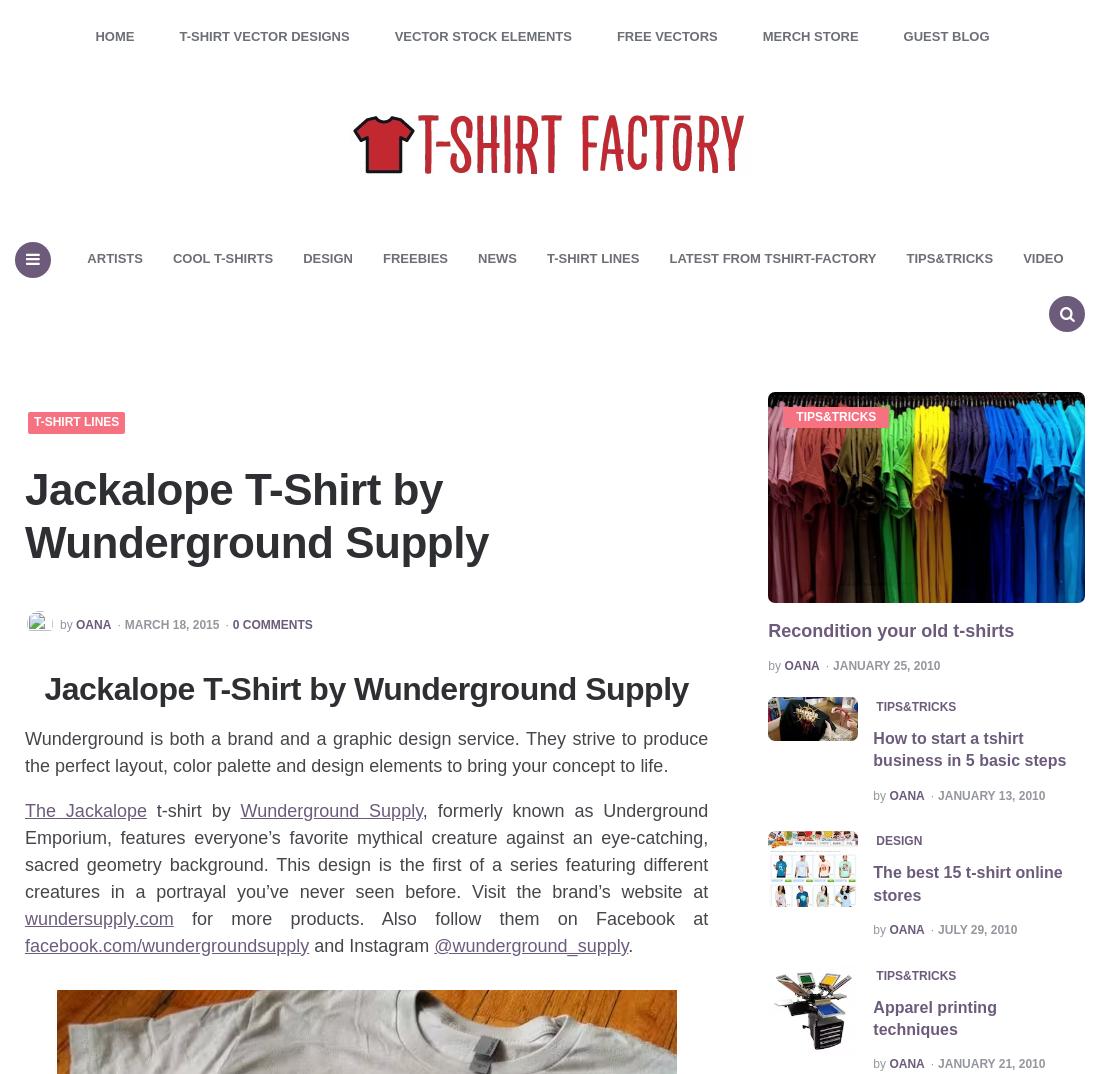 This screenshot has height=1074, width=1100. What do you see at coordinates (240, 810) in the screenshot?
I see `'Wunderground Supply'` at bounding box center [240, 810].